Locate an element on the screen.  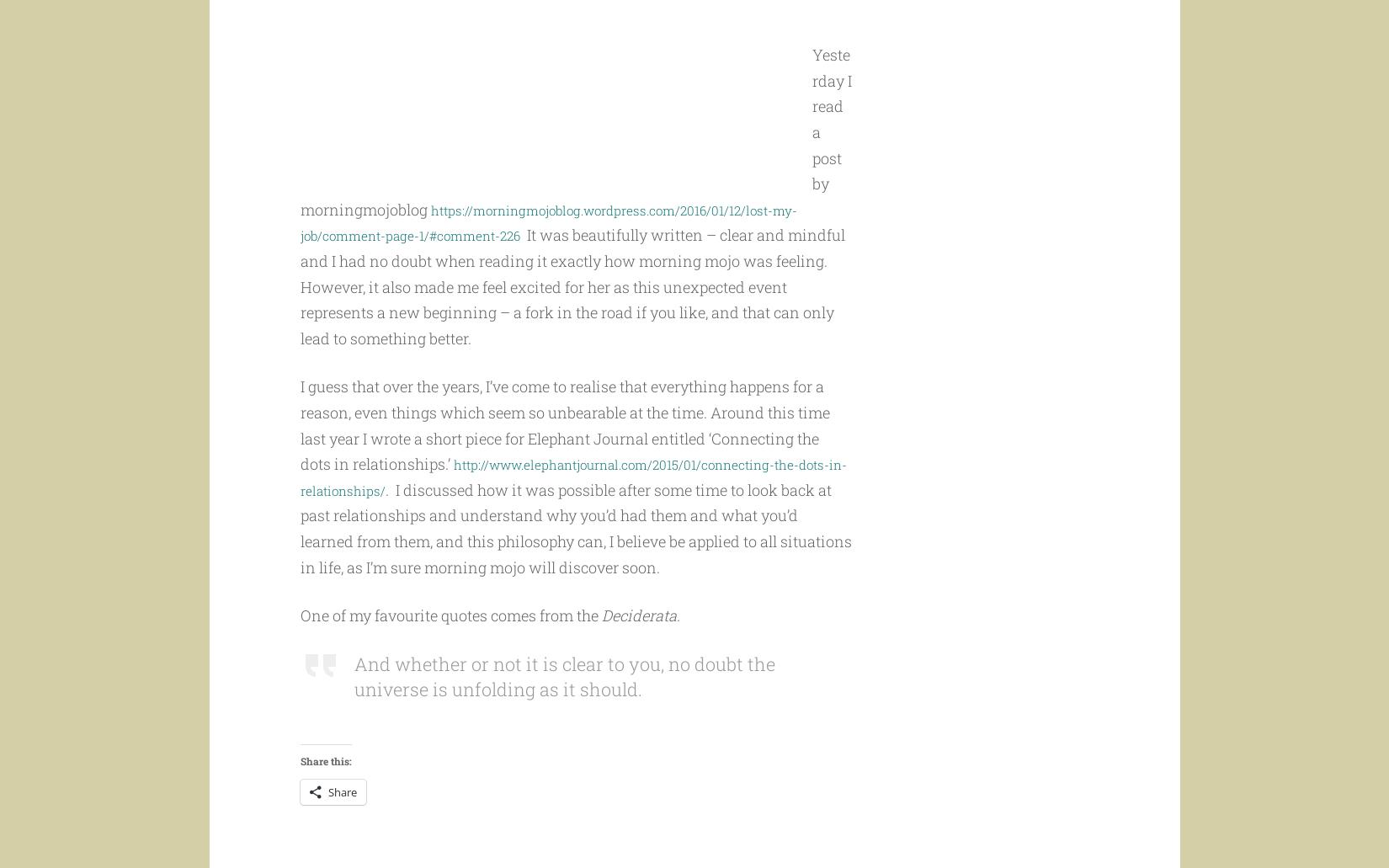
'And whether or not it is clear to you, no doubt the universe is unfolding as it should.' is located at coordinates (563, 708).